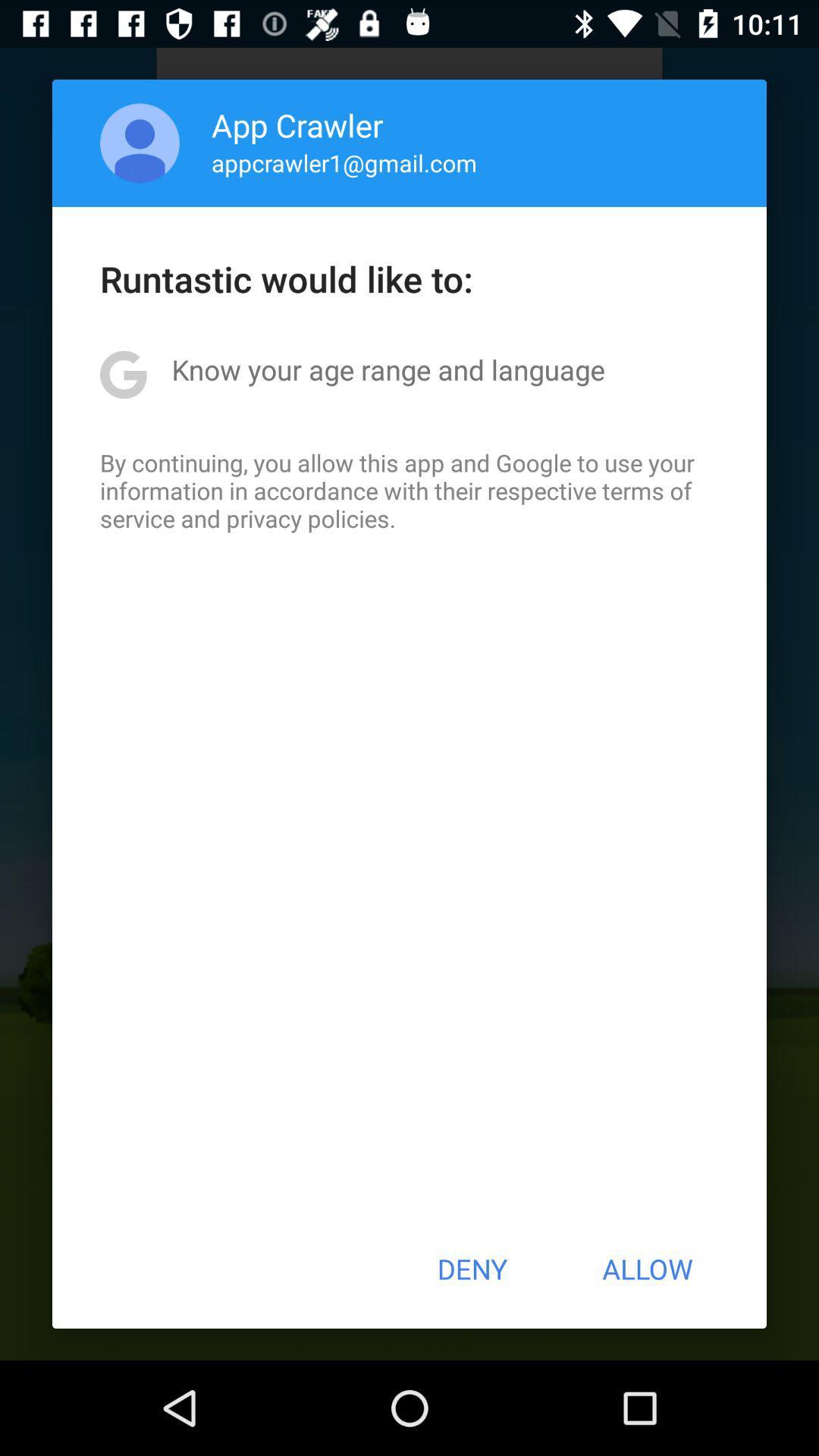 The height and width of the screenshot is (1456, 819). What do you see at coordinates (388, 369) in the screenshot?
I see `icon above by continuing you icon` at bounding box center [388, 369].